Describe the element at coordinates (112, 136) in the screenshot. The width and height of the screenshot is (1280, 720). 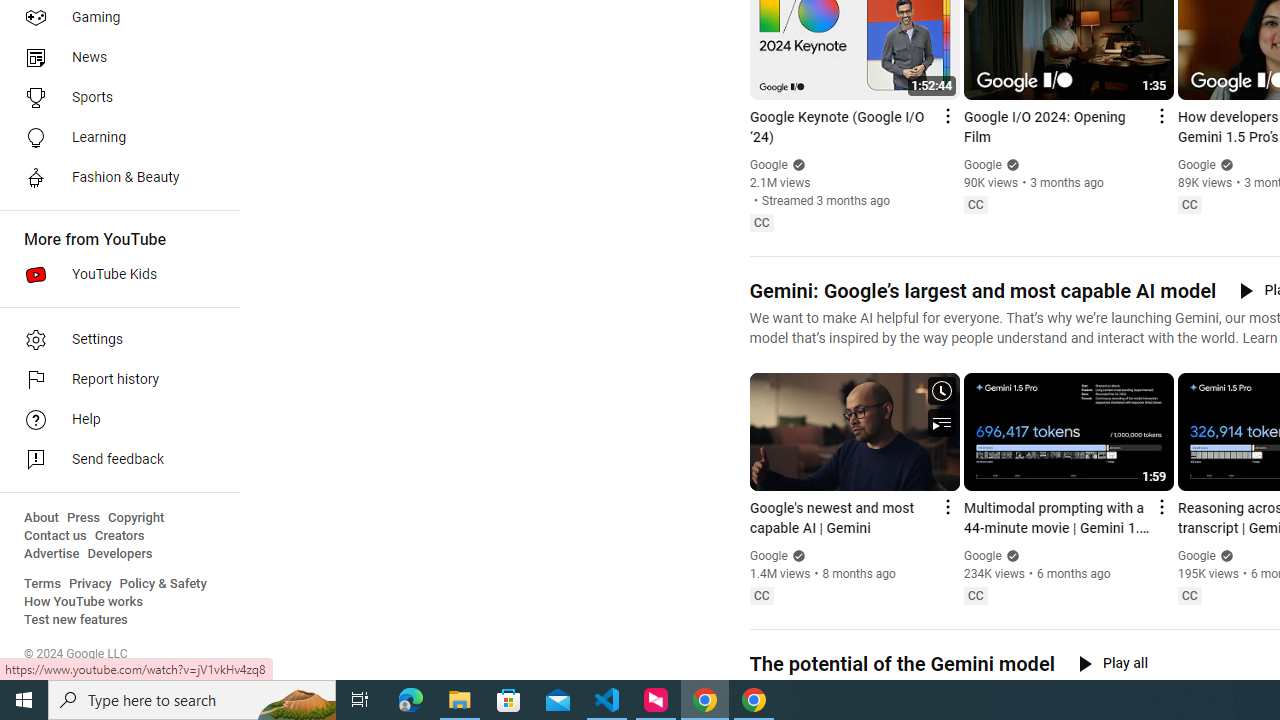
I see `'Learning'` at that location.